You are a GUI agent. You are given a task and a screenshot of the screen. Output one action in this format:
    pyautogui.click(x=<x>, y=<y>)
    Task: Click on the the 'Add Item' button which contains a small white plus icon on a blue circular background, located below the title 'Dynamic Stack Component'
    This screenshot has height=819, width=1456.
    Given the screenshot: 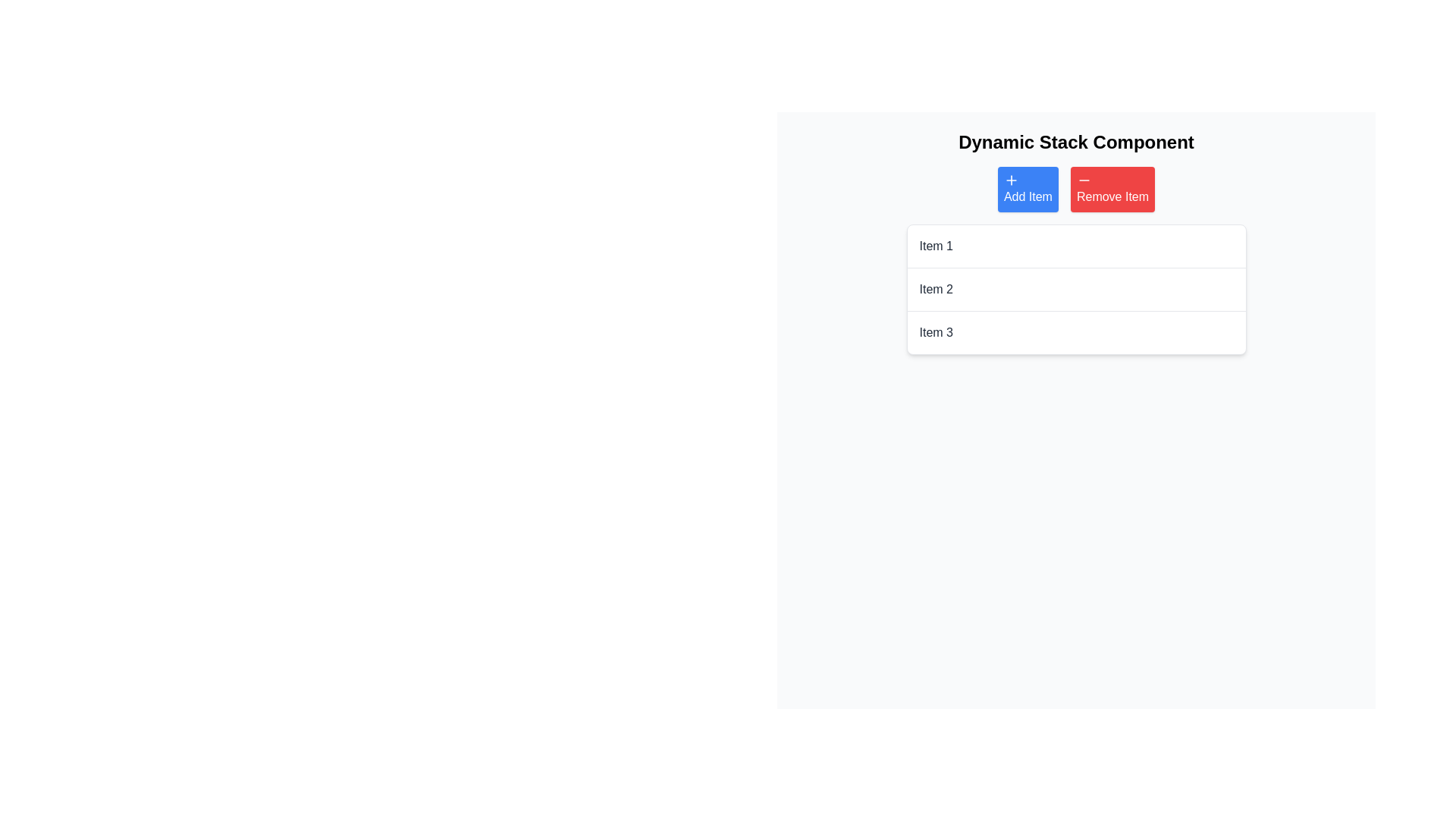 What is the action you would take?
    pyautogui.click(x=1011, y=180)
    